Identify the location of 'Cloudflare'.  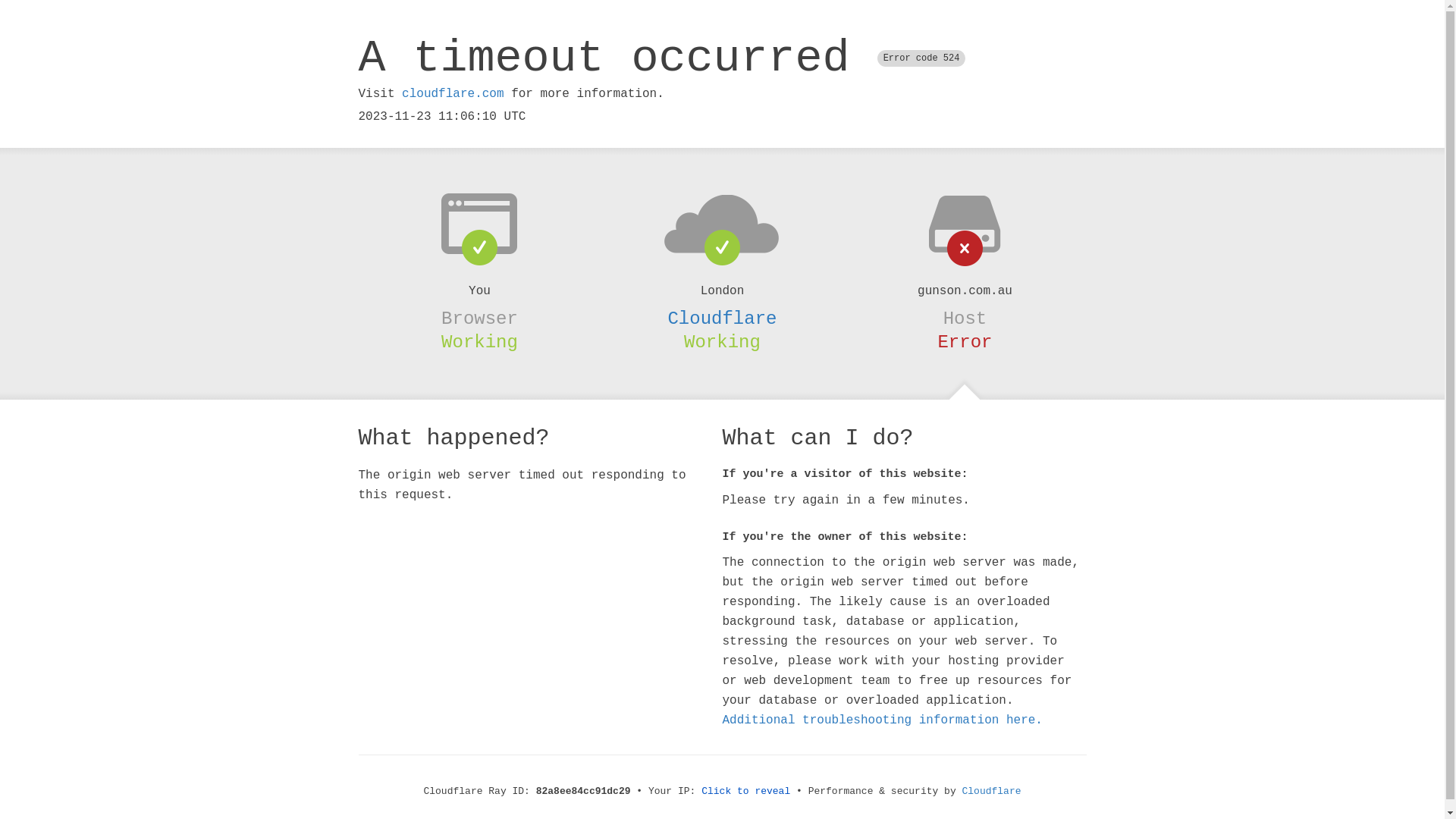
(720, 318).